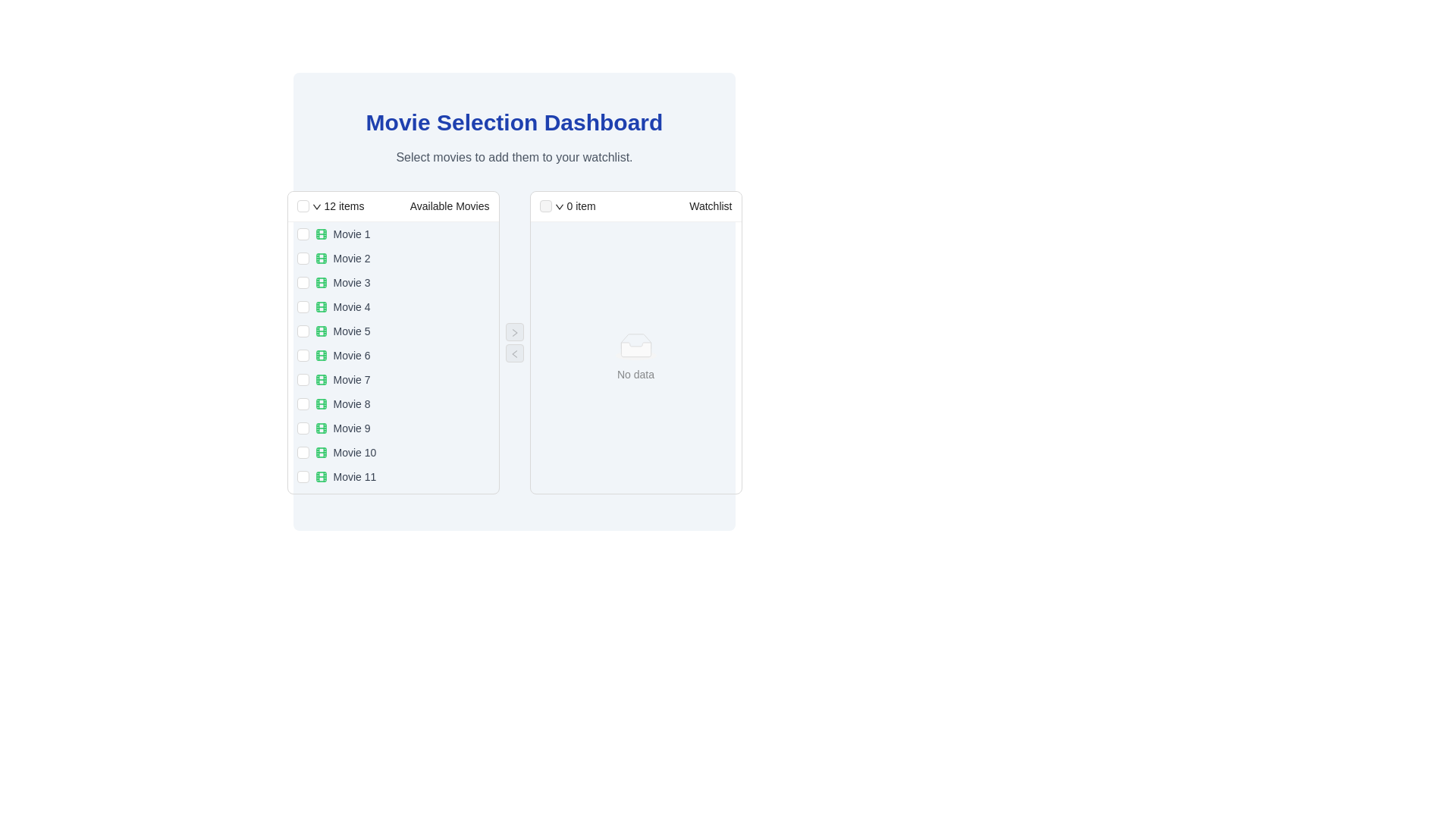  Describe the element at coordinates (353, 452) in the screenshot. I see `the text label` at that location.